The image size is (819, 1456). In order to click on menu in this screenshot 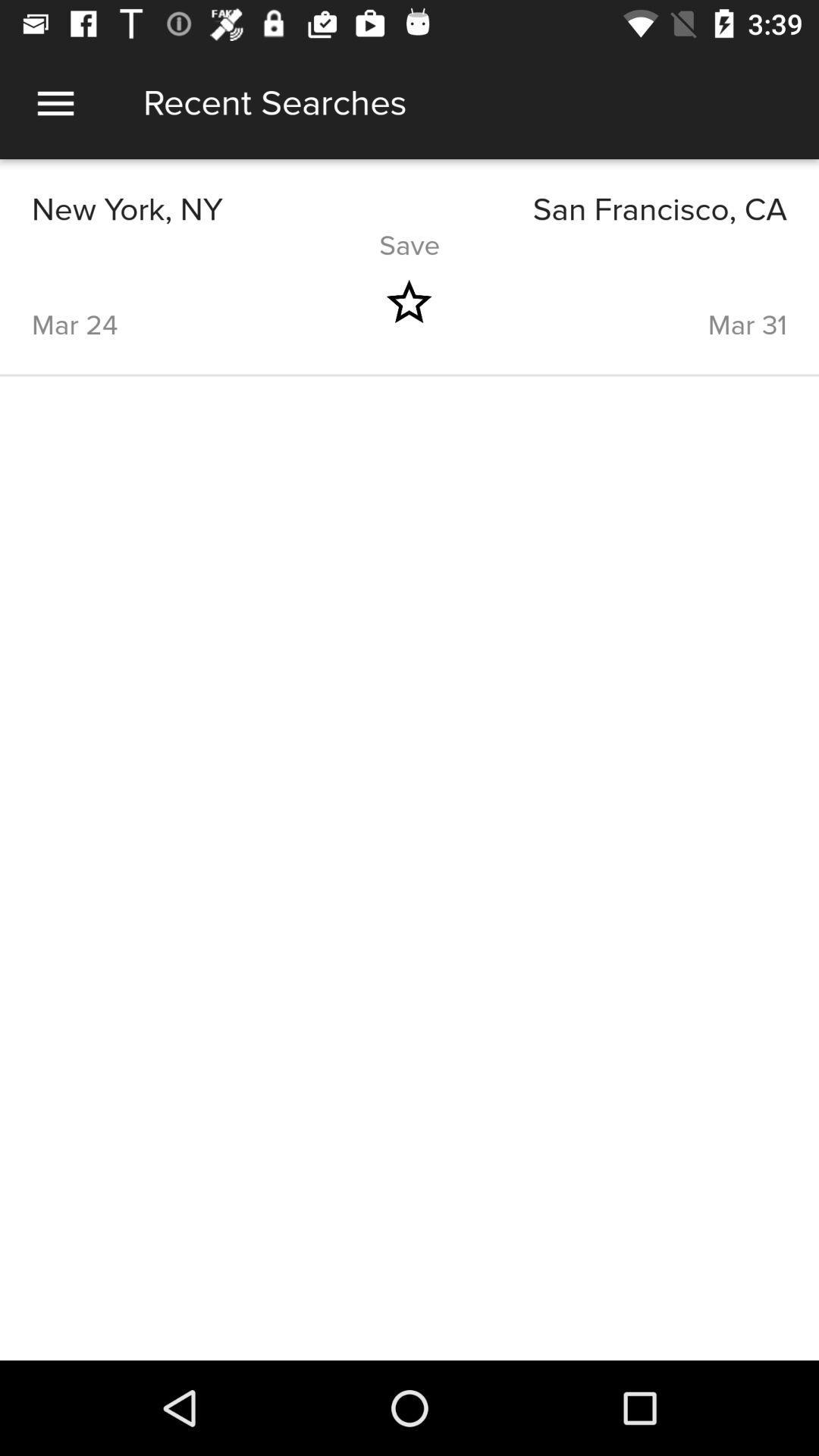, I will do `click(55, 102)`.